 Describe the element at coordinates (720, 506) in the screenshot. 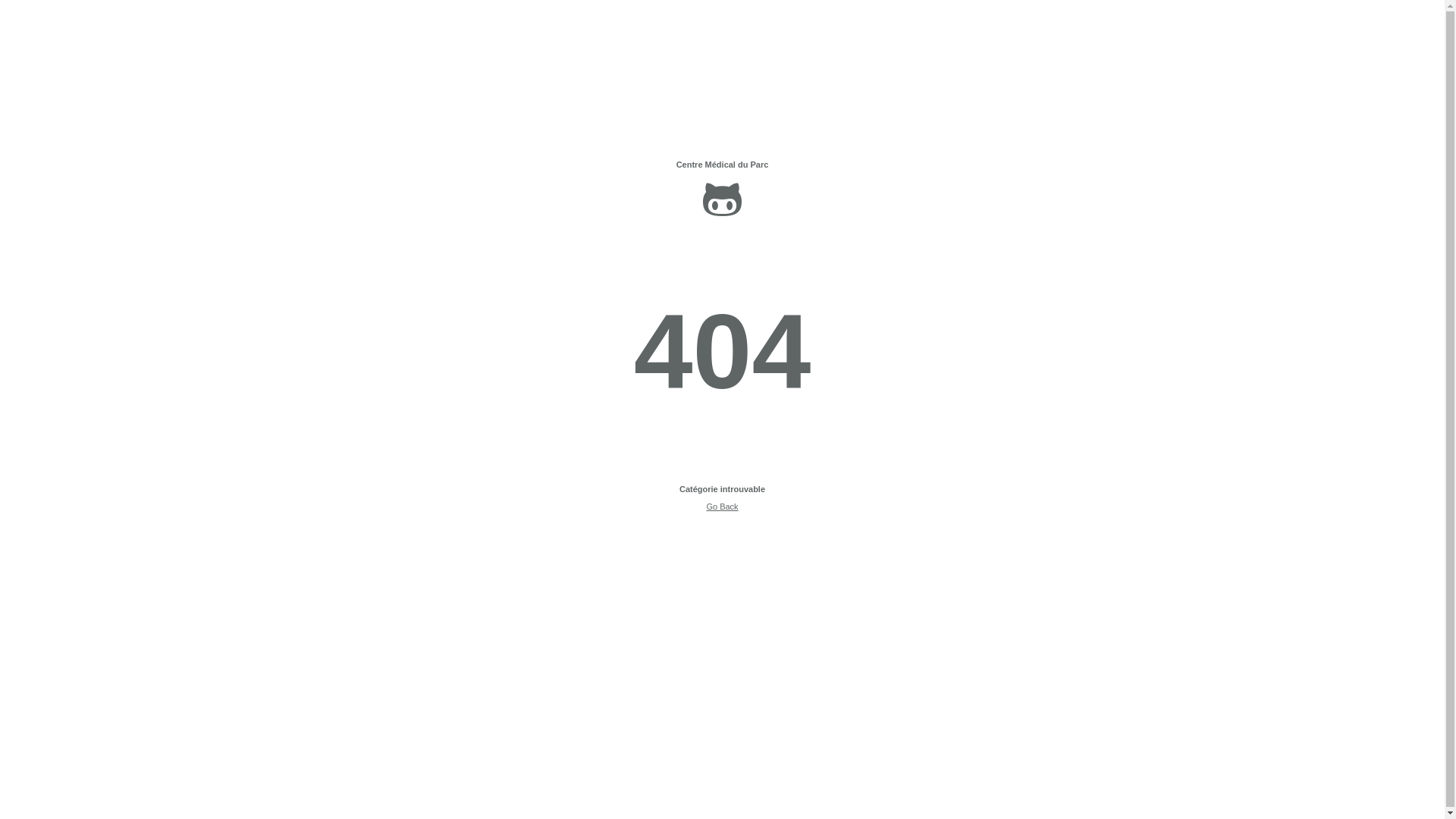

I see `'Go Back'` at that location.